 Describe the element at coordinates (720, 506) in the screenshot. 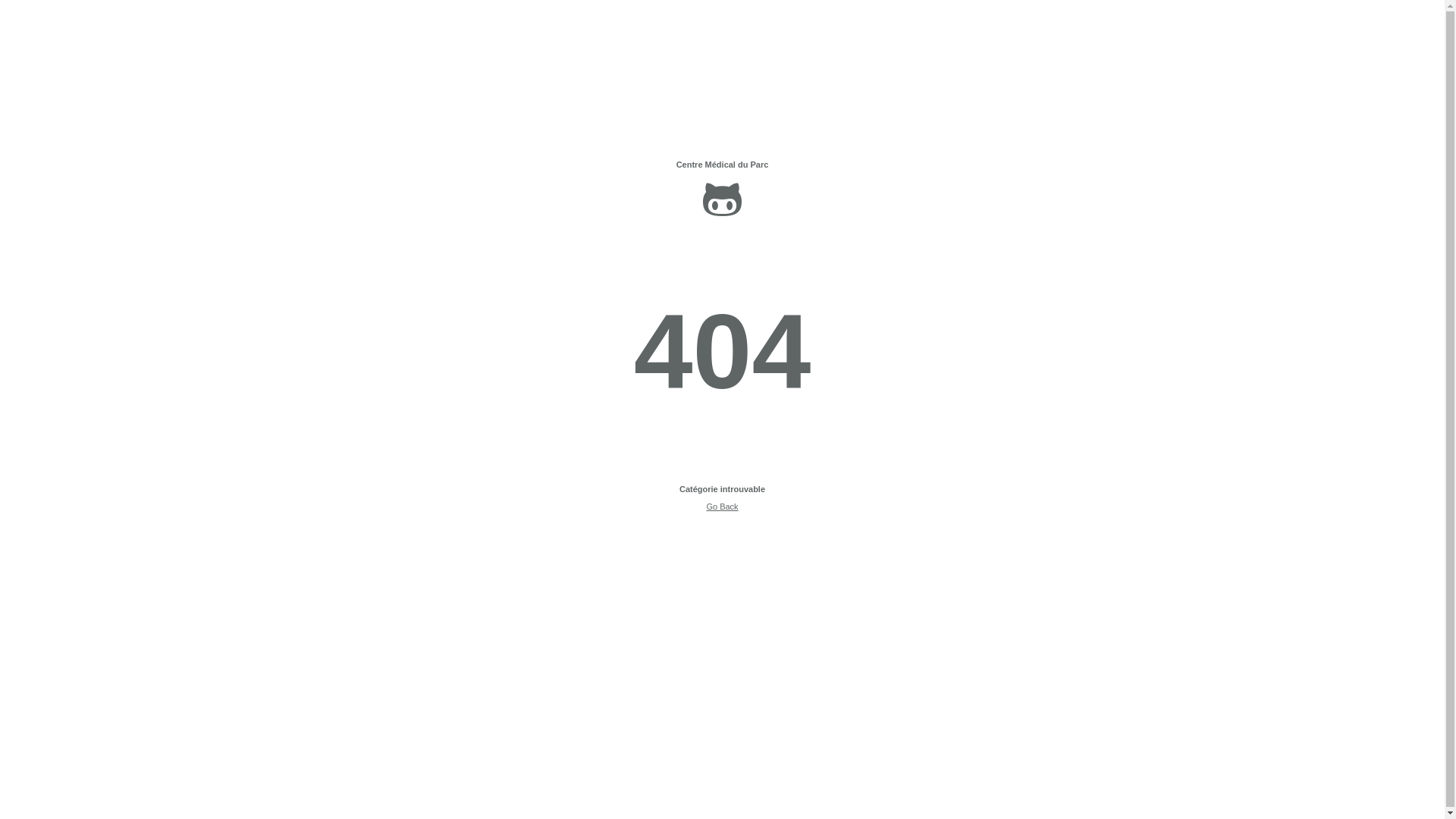

I see `'Go Back'` at that location.